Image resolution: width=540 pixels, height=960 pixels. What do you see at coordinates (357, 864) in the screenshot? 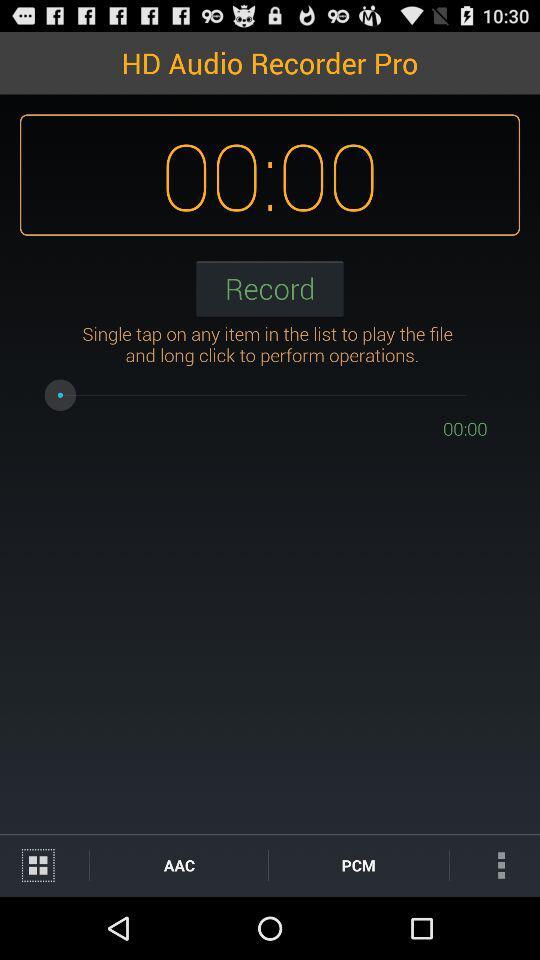
I see `the icon next to the aac icon` at bounding box center [357, 864].